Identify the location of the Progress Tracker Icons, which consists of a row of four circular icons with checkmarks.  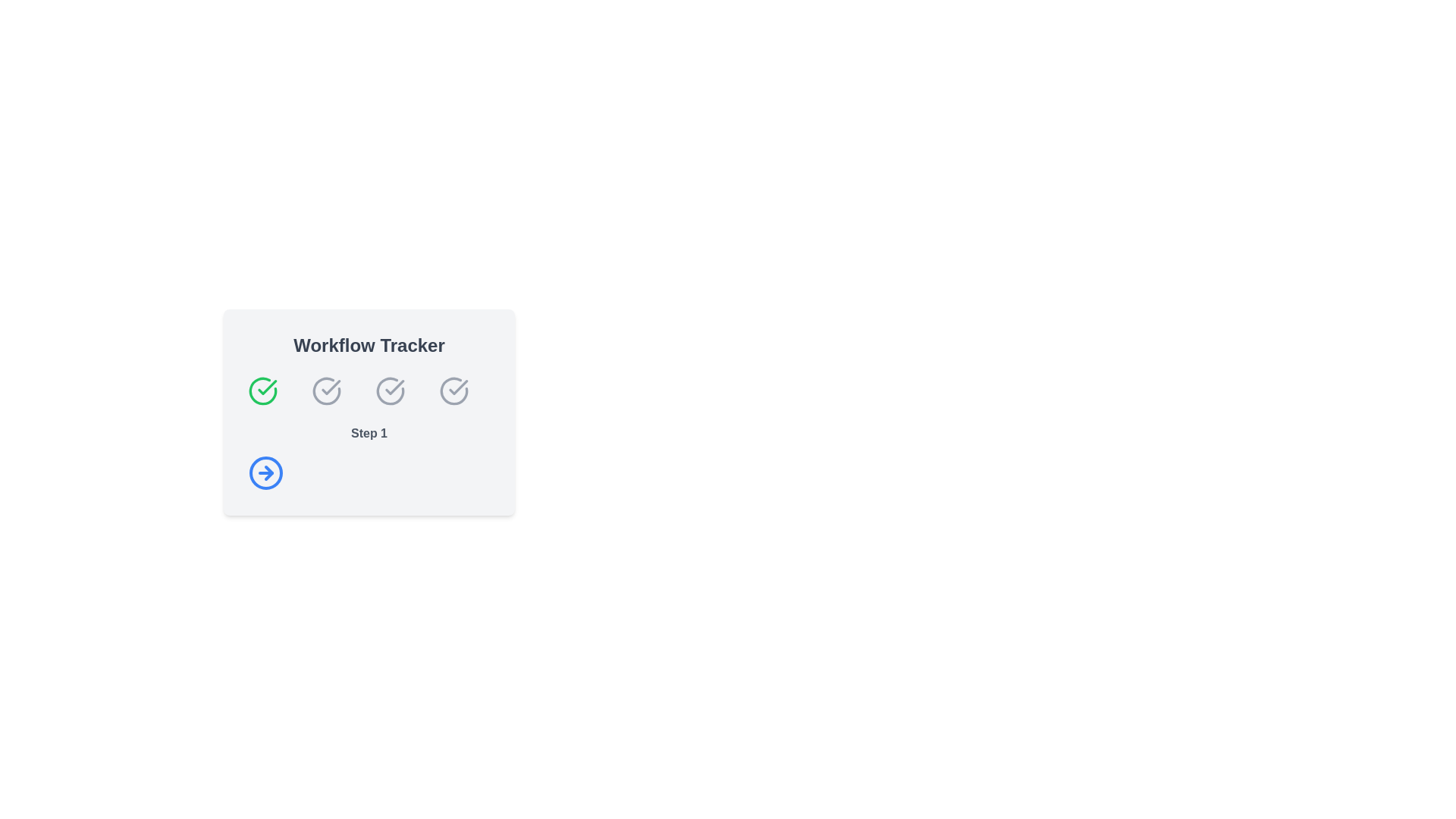
(369, 391).